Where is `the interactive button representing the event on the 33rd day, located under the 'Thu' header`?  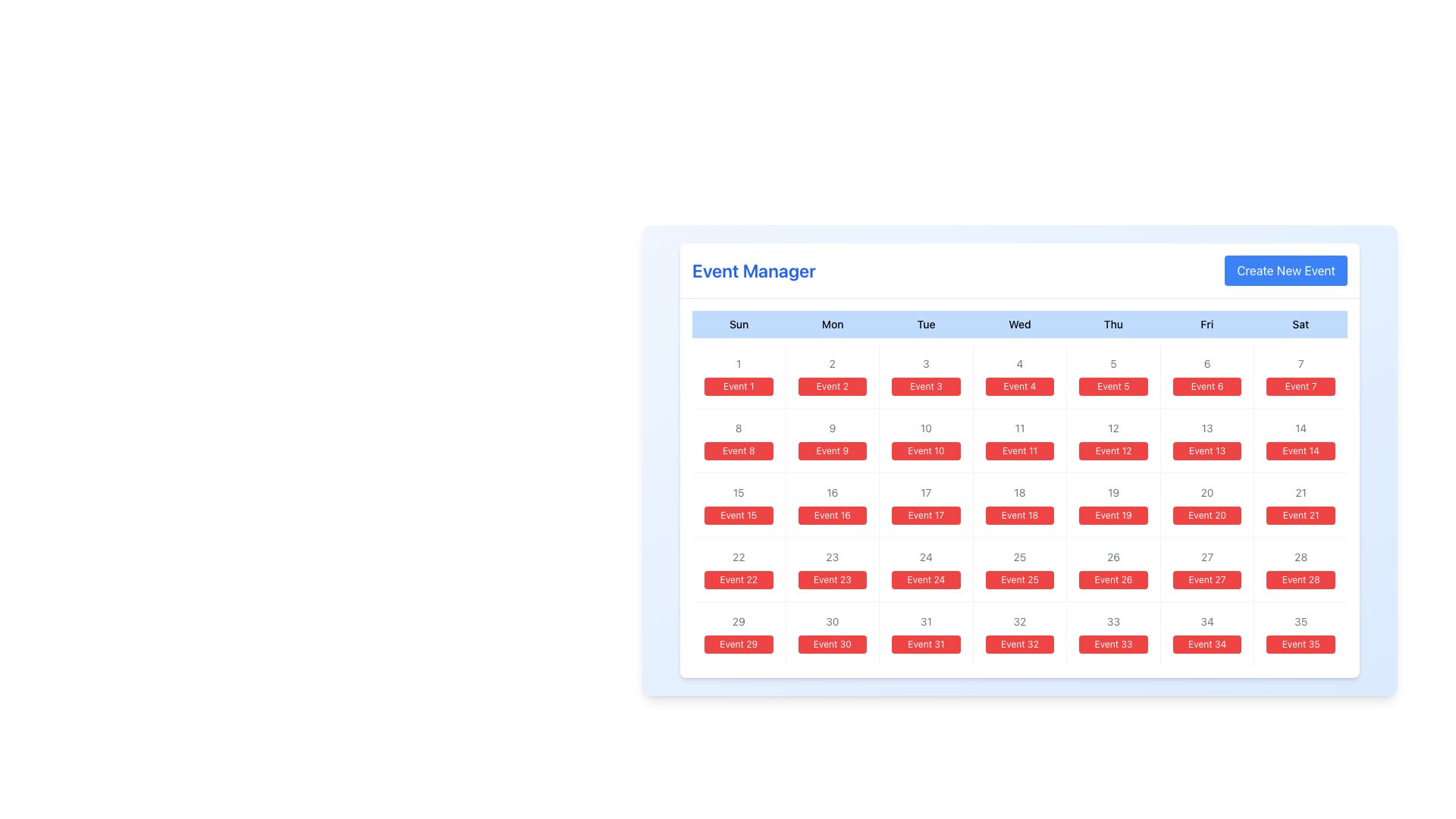
the interactive button representing the event on the 33rd day, located under the 'Thu' header is located at coordinates (1113, 634).